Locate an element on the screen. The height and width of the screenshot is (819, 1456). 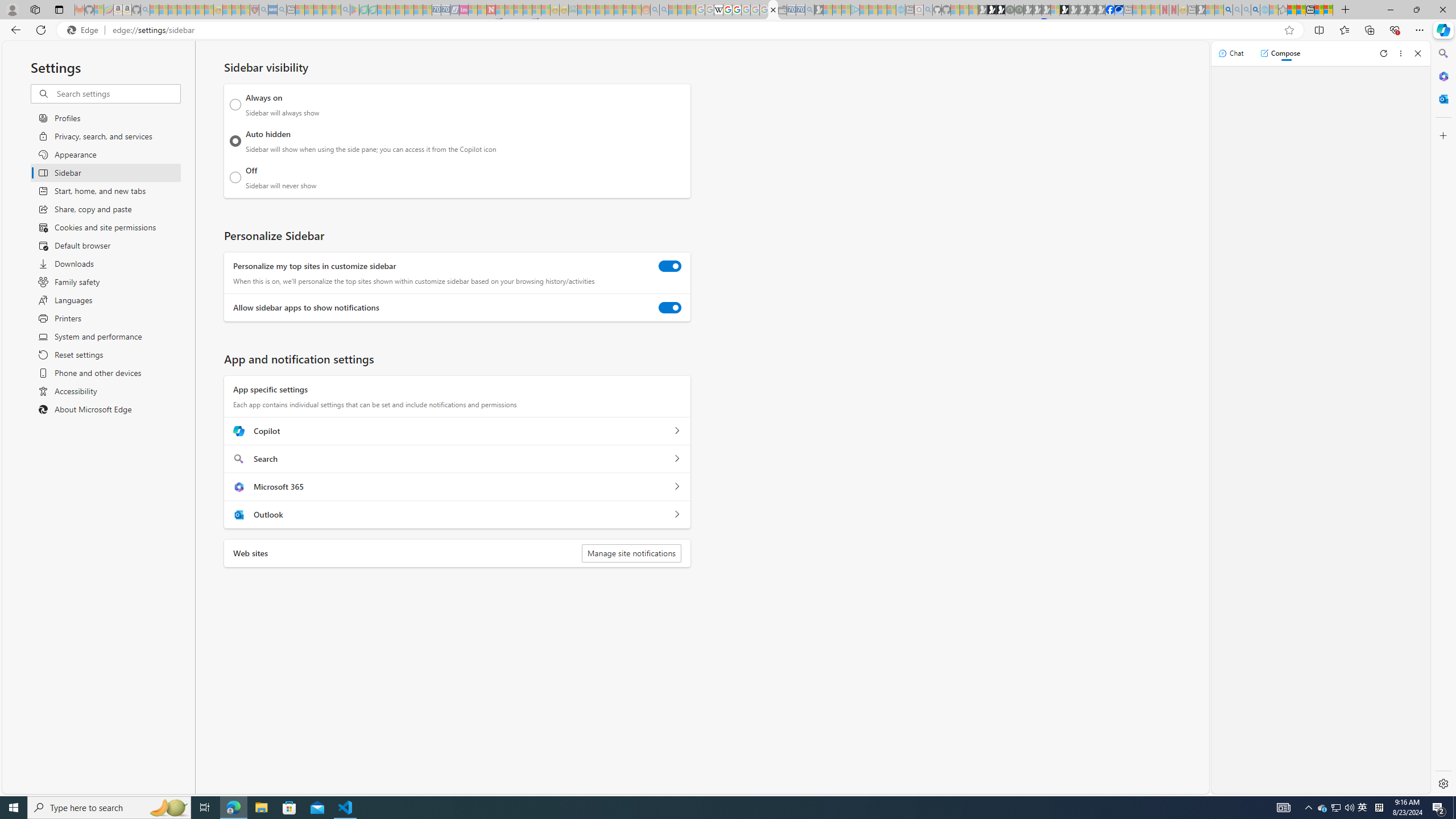
'14 Common Myths Debunked By Scientific Facts - Sleeping' is located at coordinates (508, 9).